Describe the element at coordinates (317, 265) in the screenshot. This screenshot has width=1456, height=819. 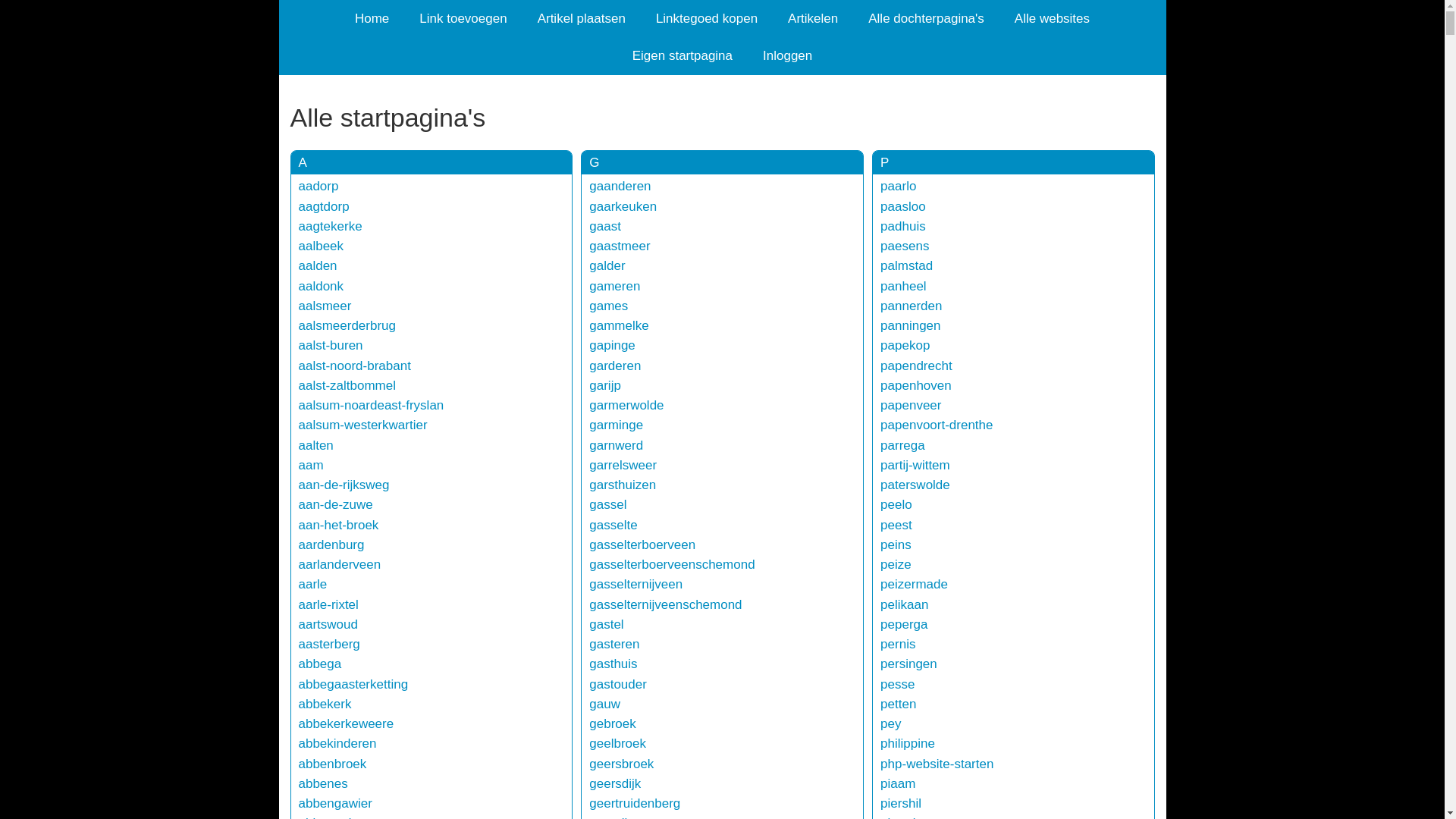
I see `'aalden'` at that location.